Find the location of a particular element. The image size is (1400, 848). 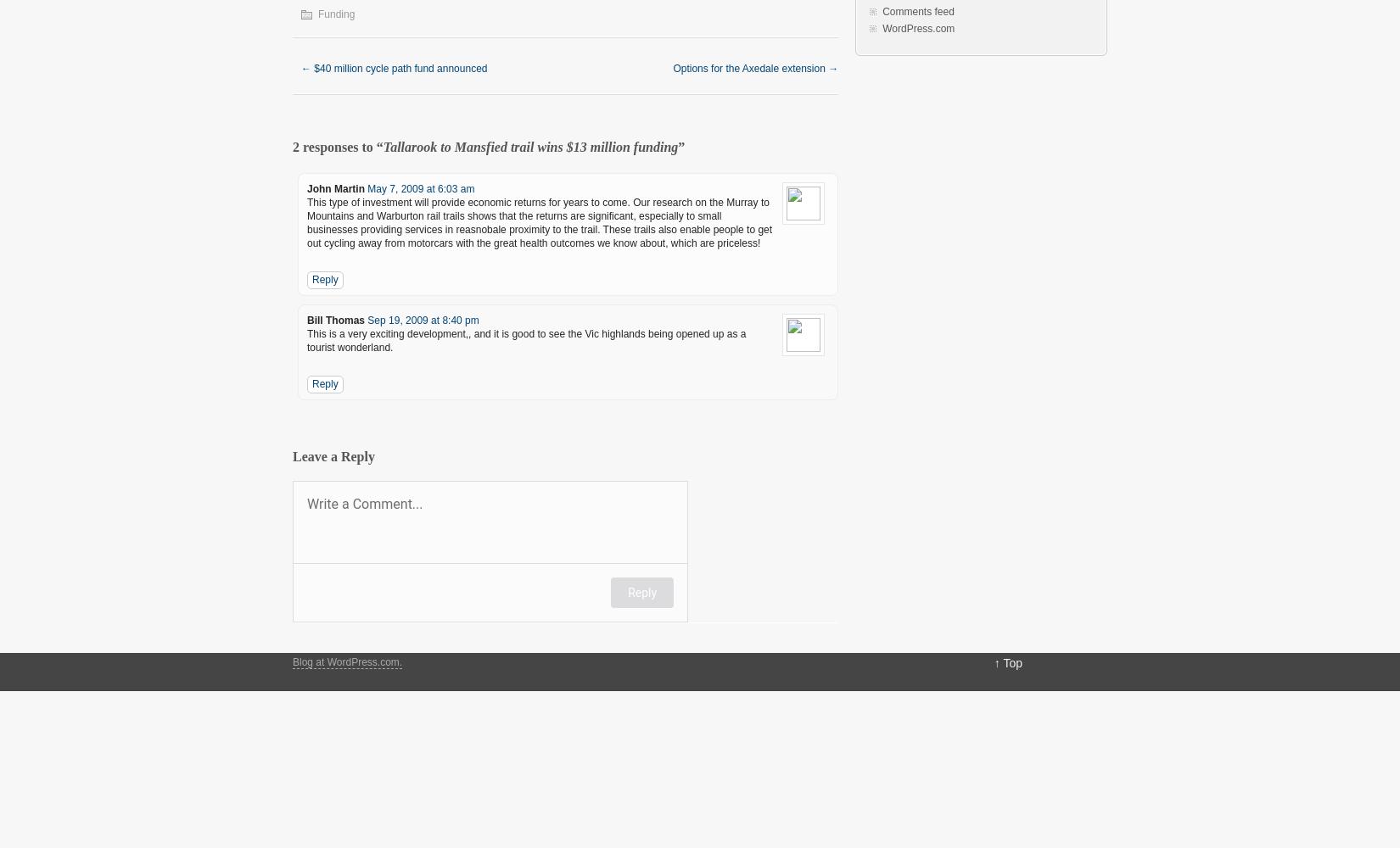

'2 responses to “' is located at coordinates (337, 147).